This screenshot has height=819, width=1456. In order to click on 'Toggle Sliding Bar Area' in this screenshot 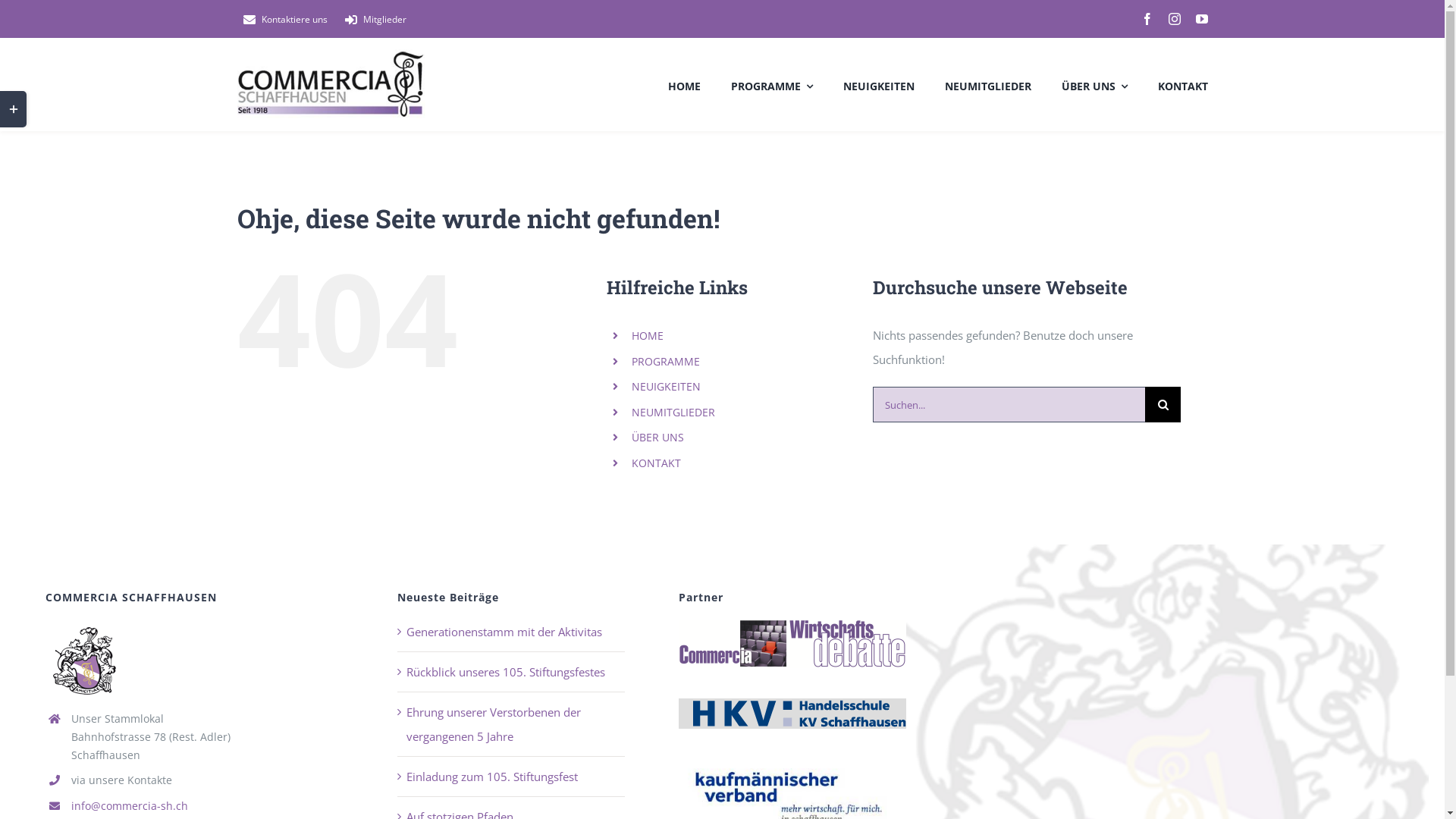, I will do `click(13, 108)`.